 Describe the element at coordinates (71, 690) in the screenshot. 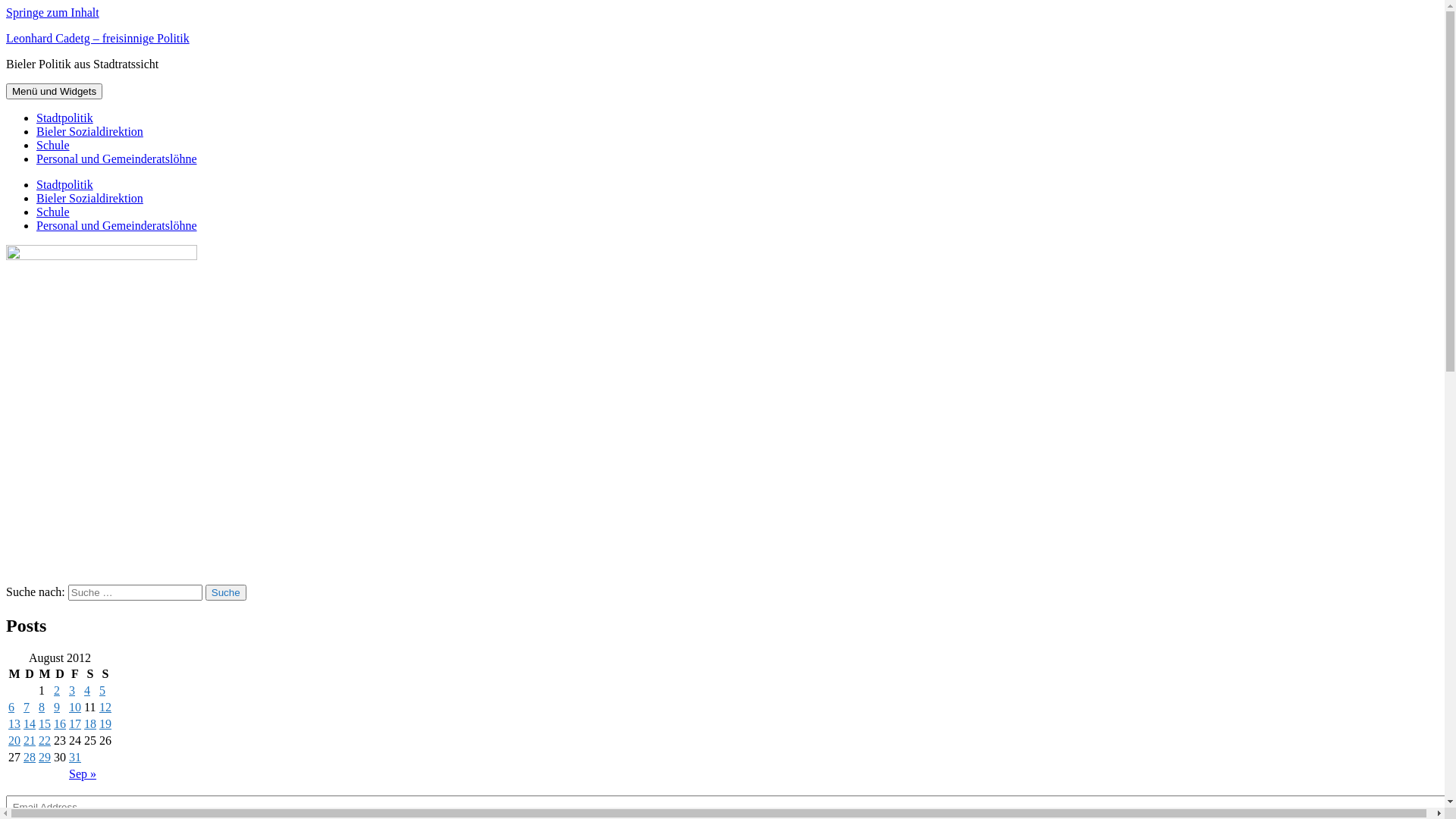

I see `'3'` at that location.